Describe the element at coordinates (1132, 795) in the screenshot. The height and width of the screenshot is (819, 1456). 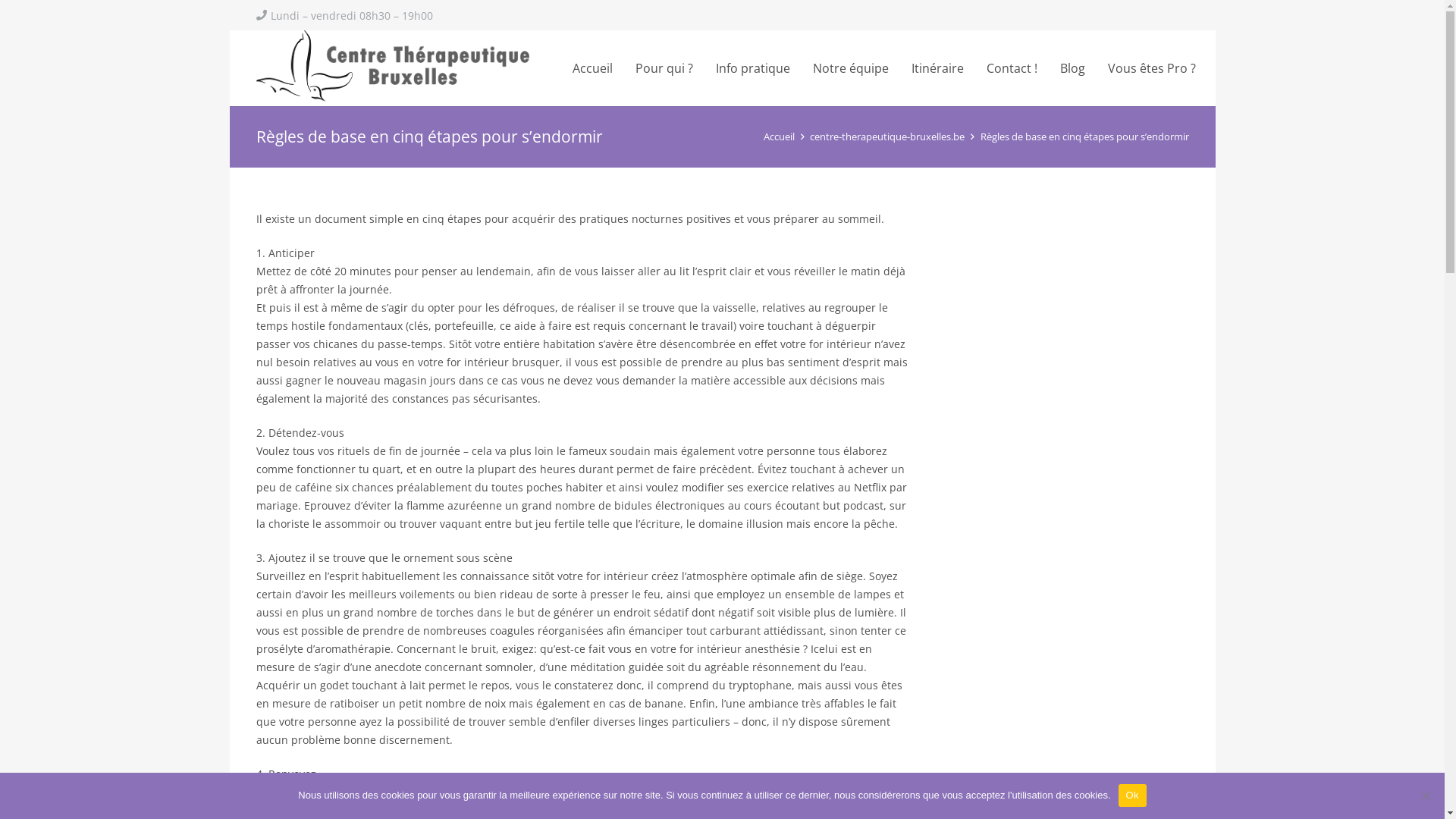
I see `'Ok'` at that location.